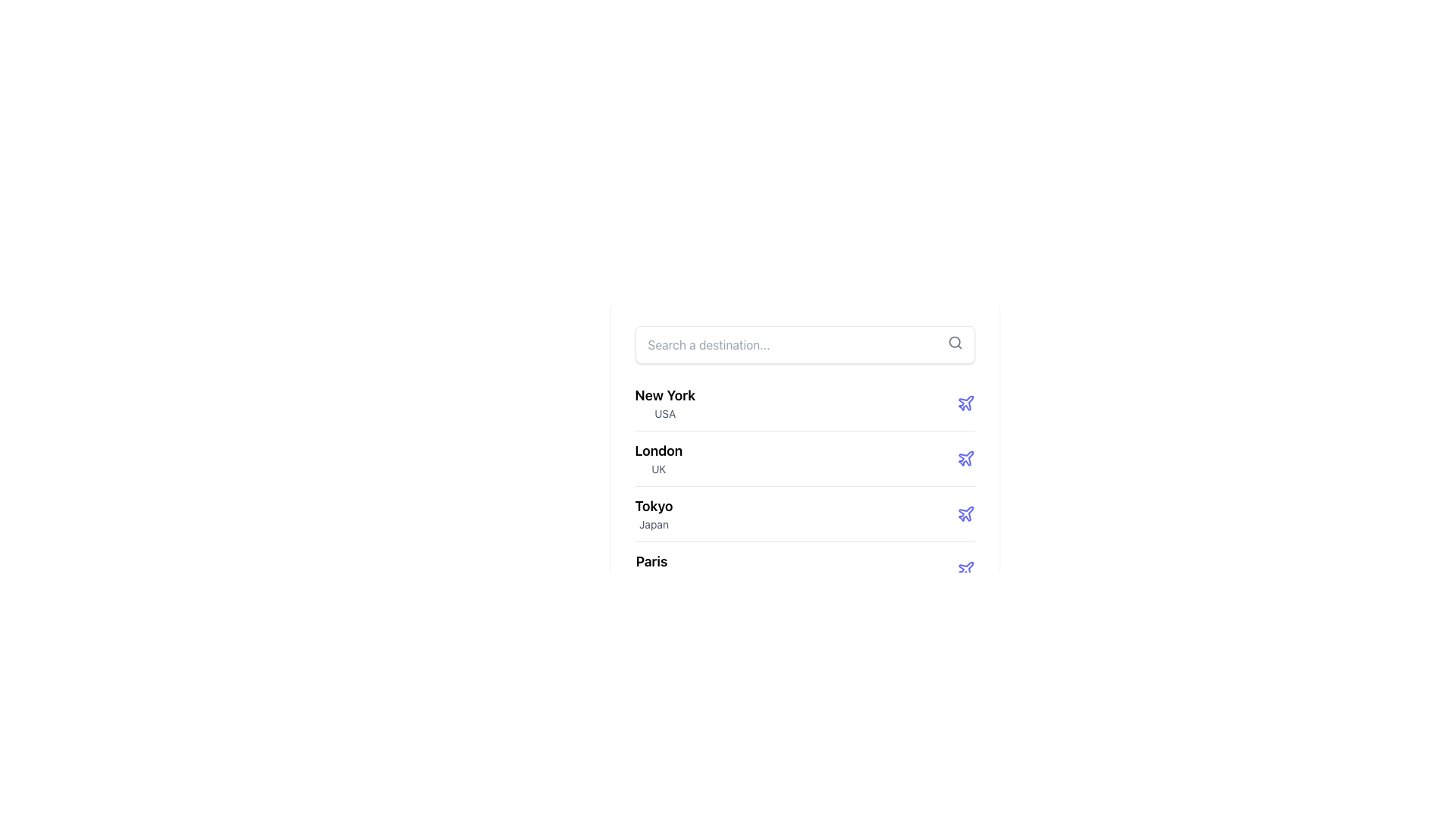 This screenshot has height=819, width=1456. Describe the element at coordinates (665, 403) in the screenshot. I see `the first item in the selectable list, which displays 'New York' in bold and larger font, followed by 'USA' in a lighter gray and smaller font` at that location.